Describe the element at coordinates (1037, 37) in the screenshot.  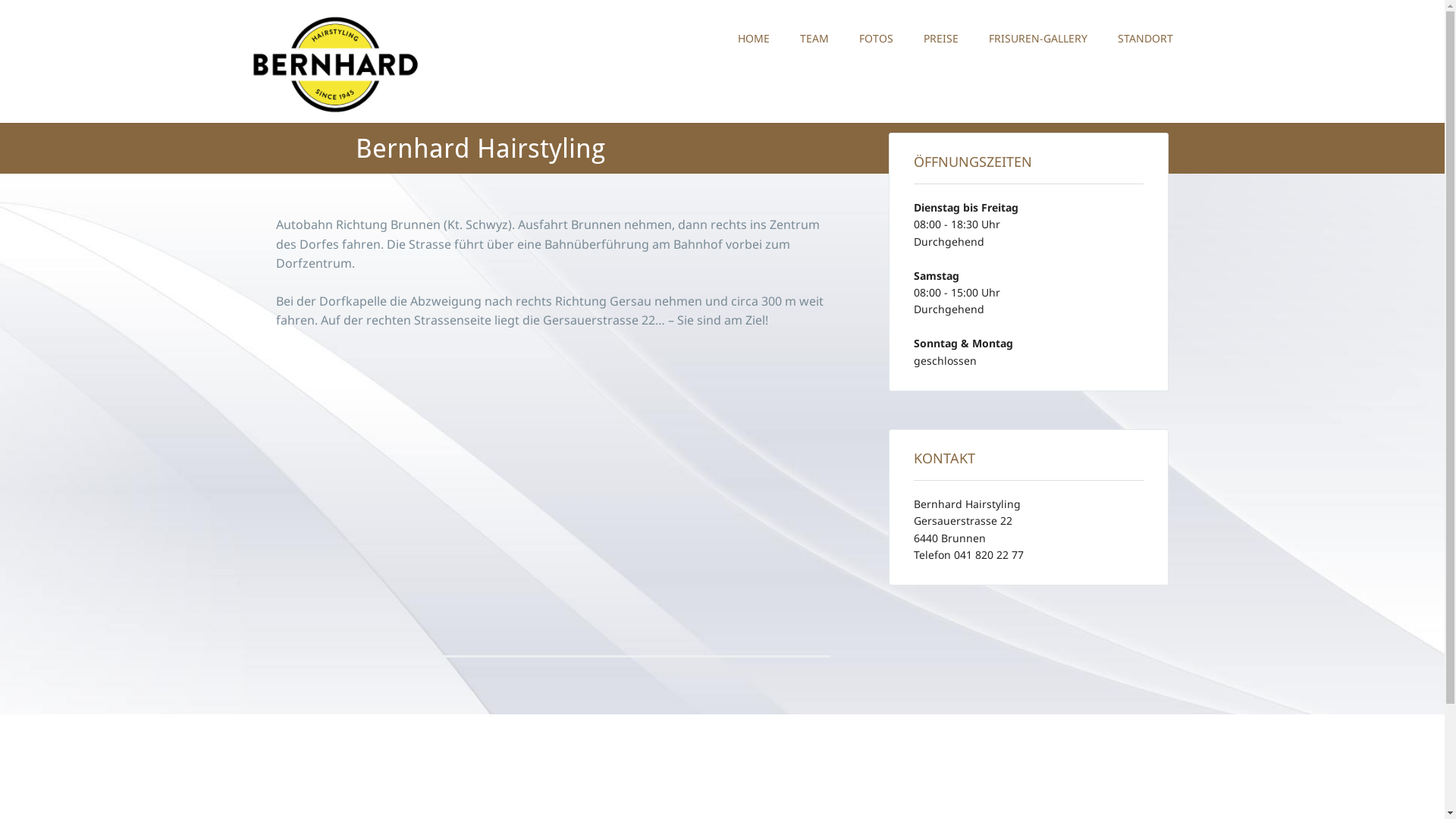
I see `'FRISUREN-GALLERY'` at that location.